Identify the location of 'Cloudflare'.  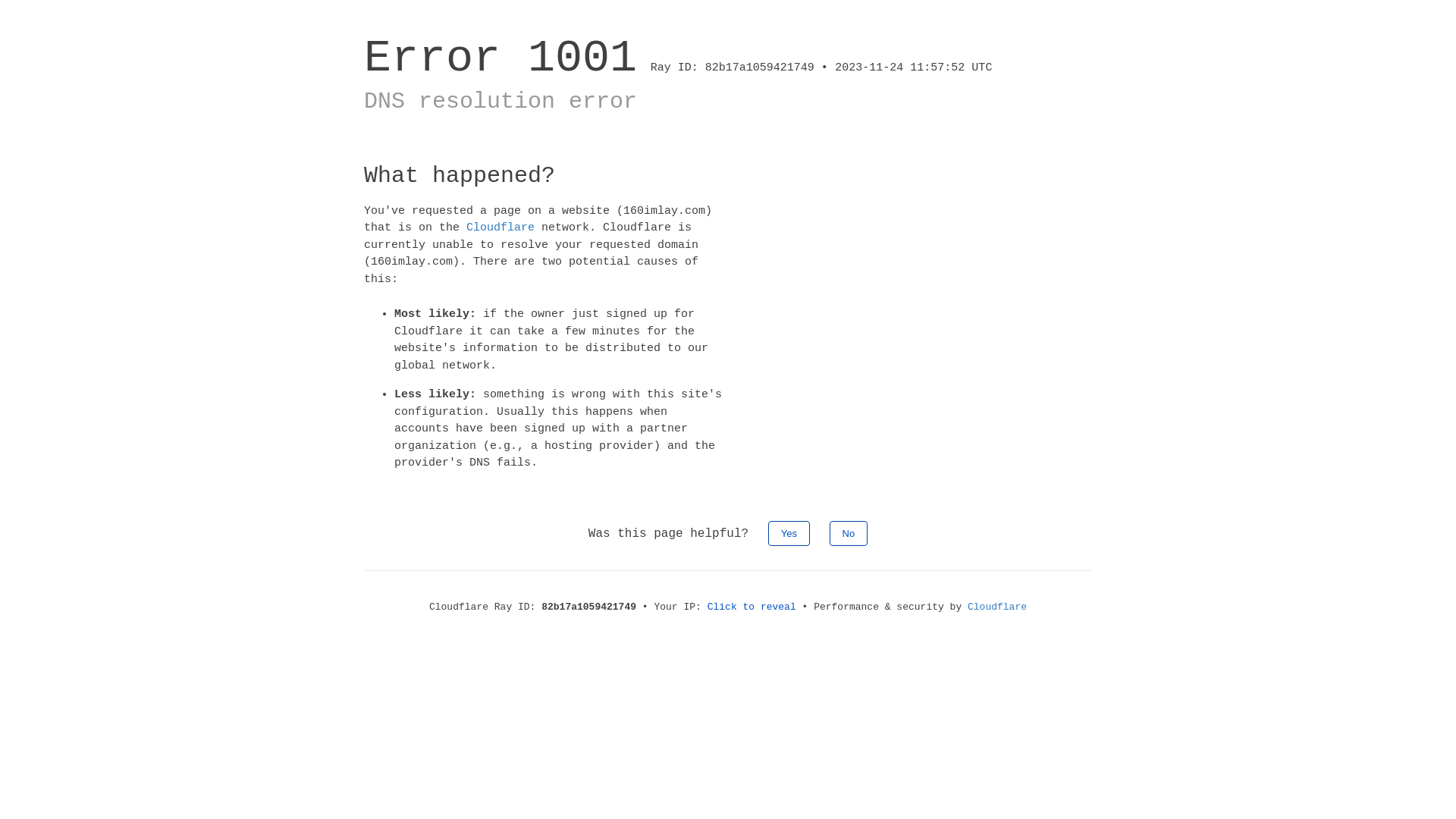
(500, 227).